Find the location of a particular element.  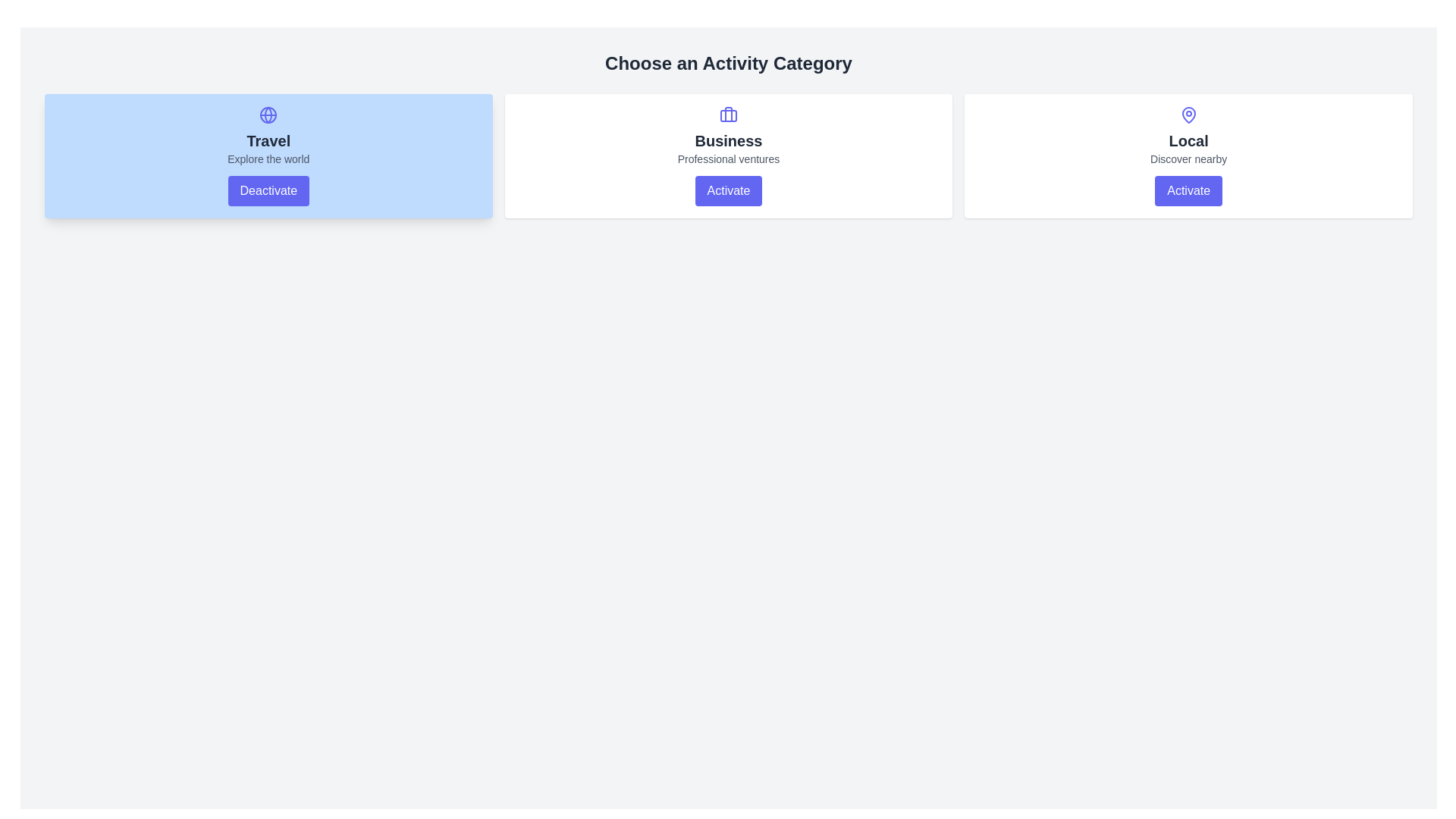

the graphical map pin icon located in the 'Local' section, which serves as a central visual cue for that section is located at coordinates (1188, 114).